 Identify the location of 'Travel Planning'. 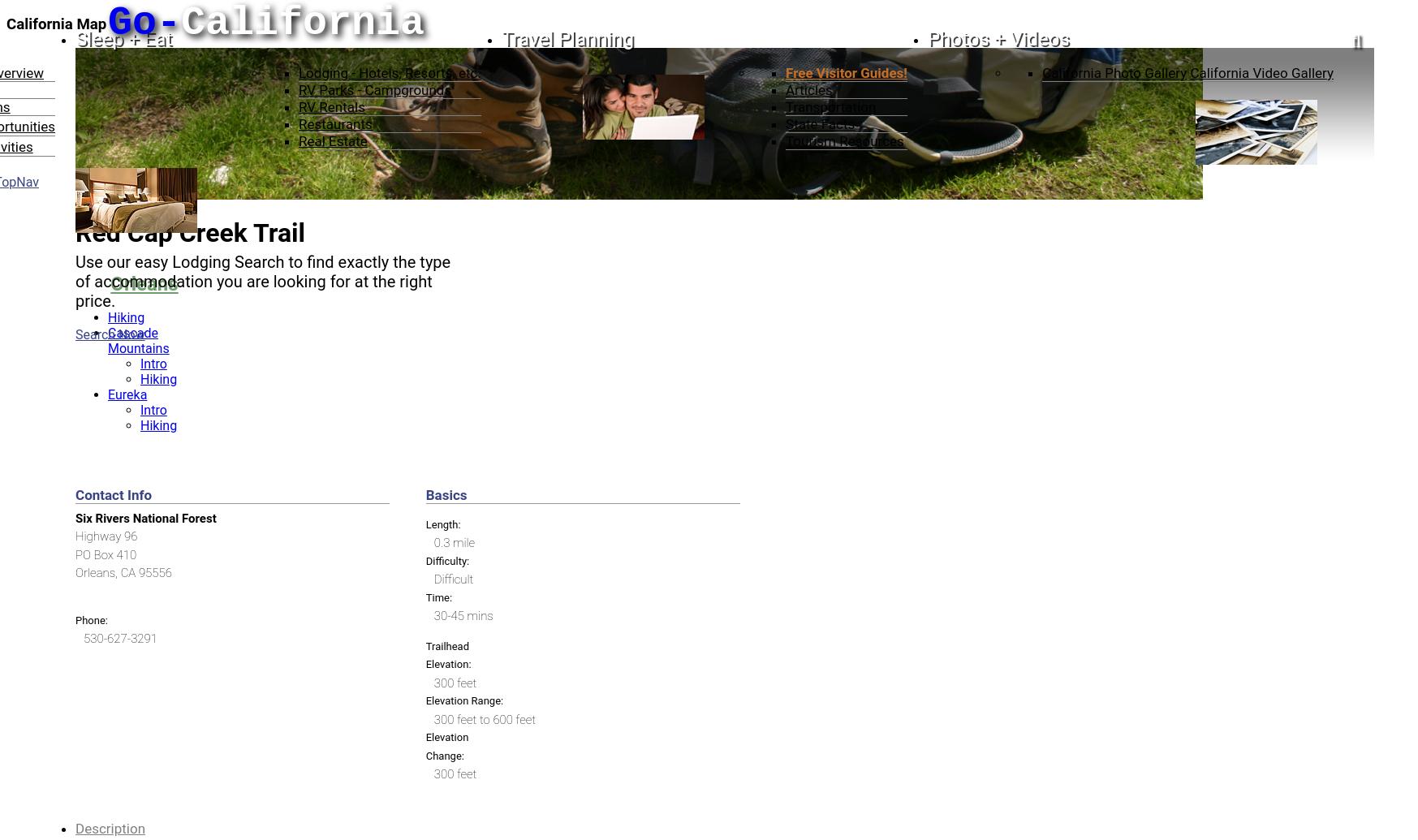
(501, 39).